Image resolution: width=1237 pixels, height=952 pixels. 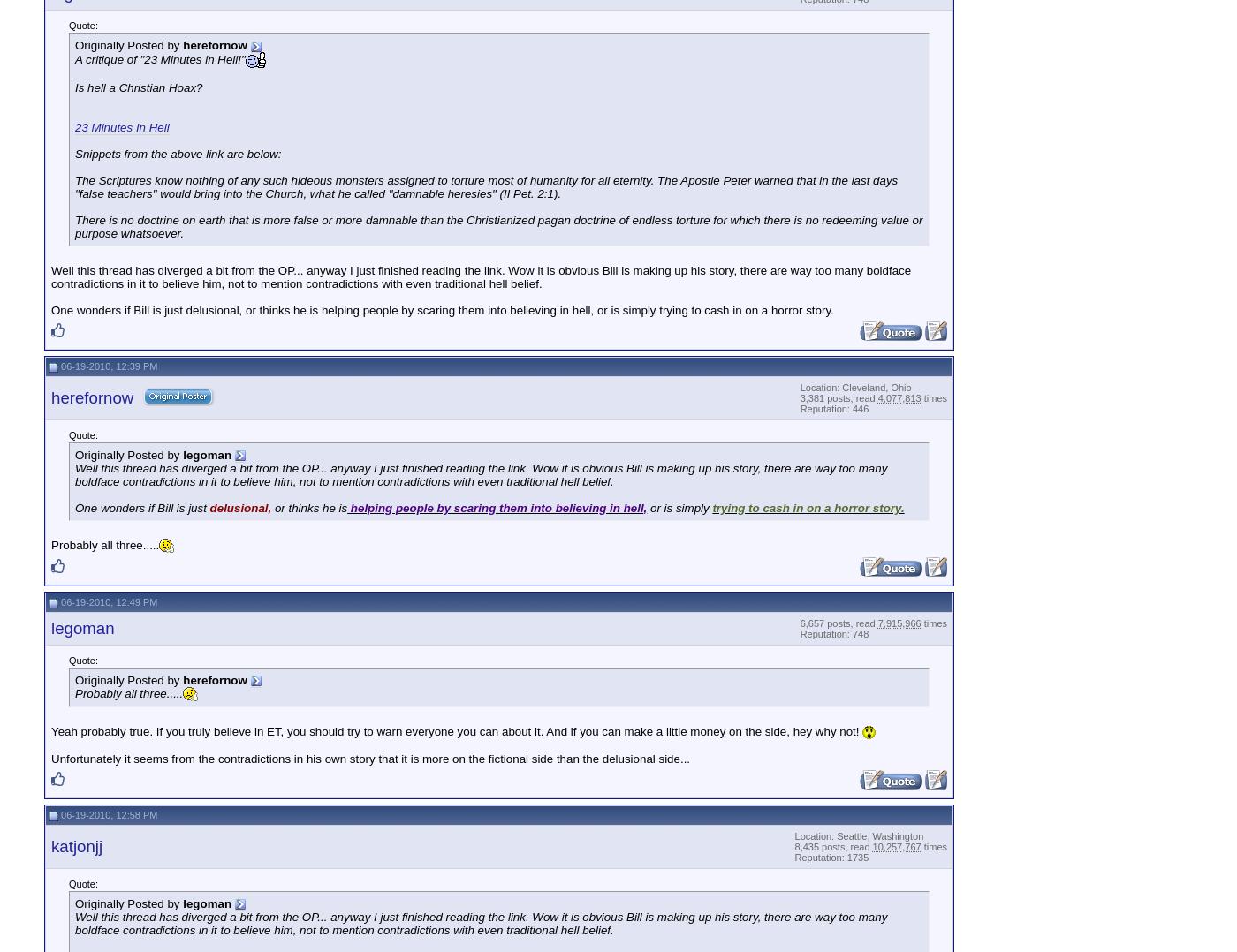 I want to click on '3,381 posts, read', so click(x=839, y=397).